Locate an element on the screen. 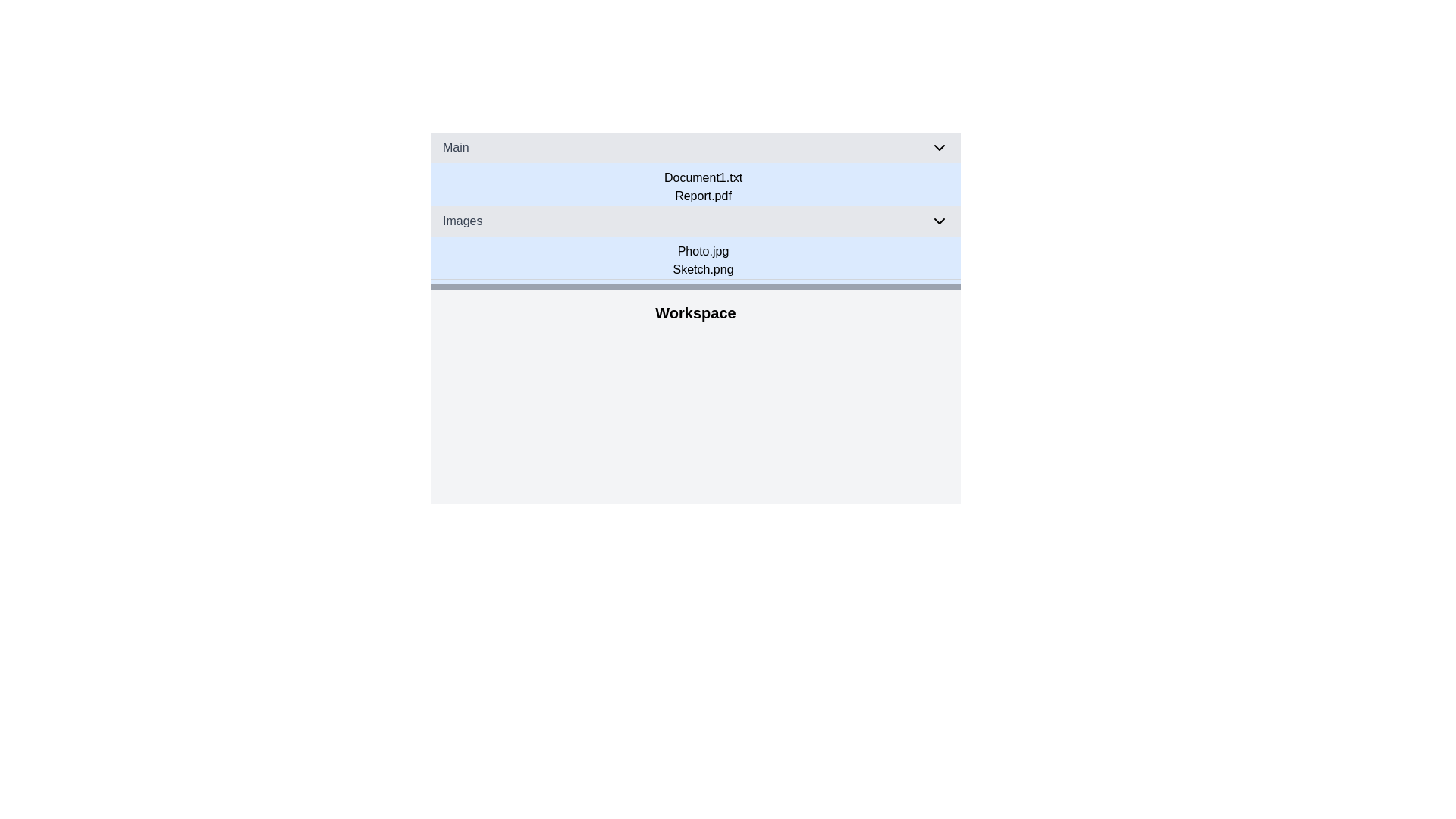  the textual display of filenames 'Photo.jpg' and 'Sketch.png' is located at coordinates (702, 259).